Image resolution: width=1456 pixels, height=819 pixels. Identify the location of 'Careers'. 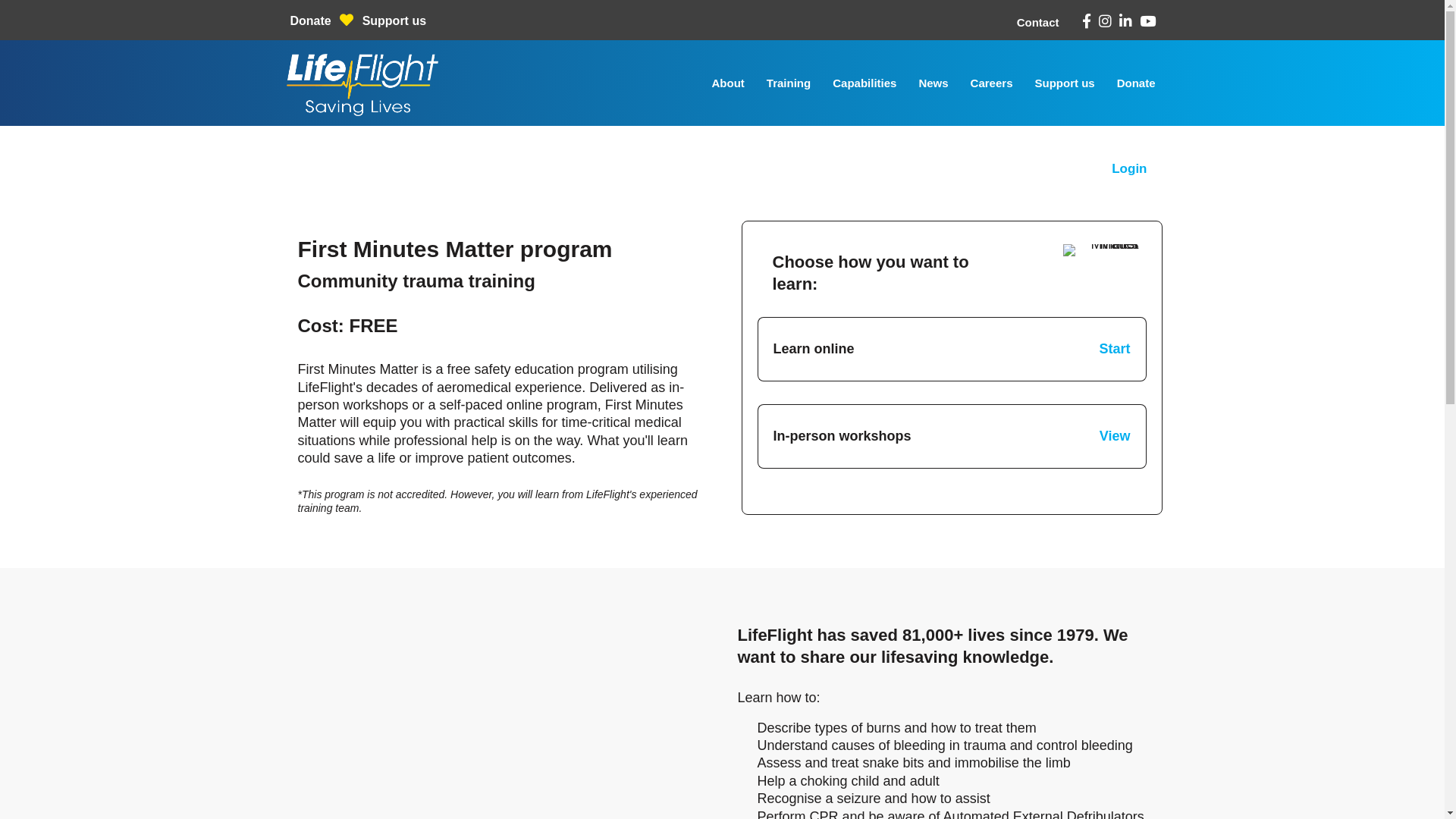
(992, 83).